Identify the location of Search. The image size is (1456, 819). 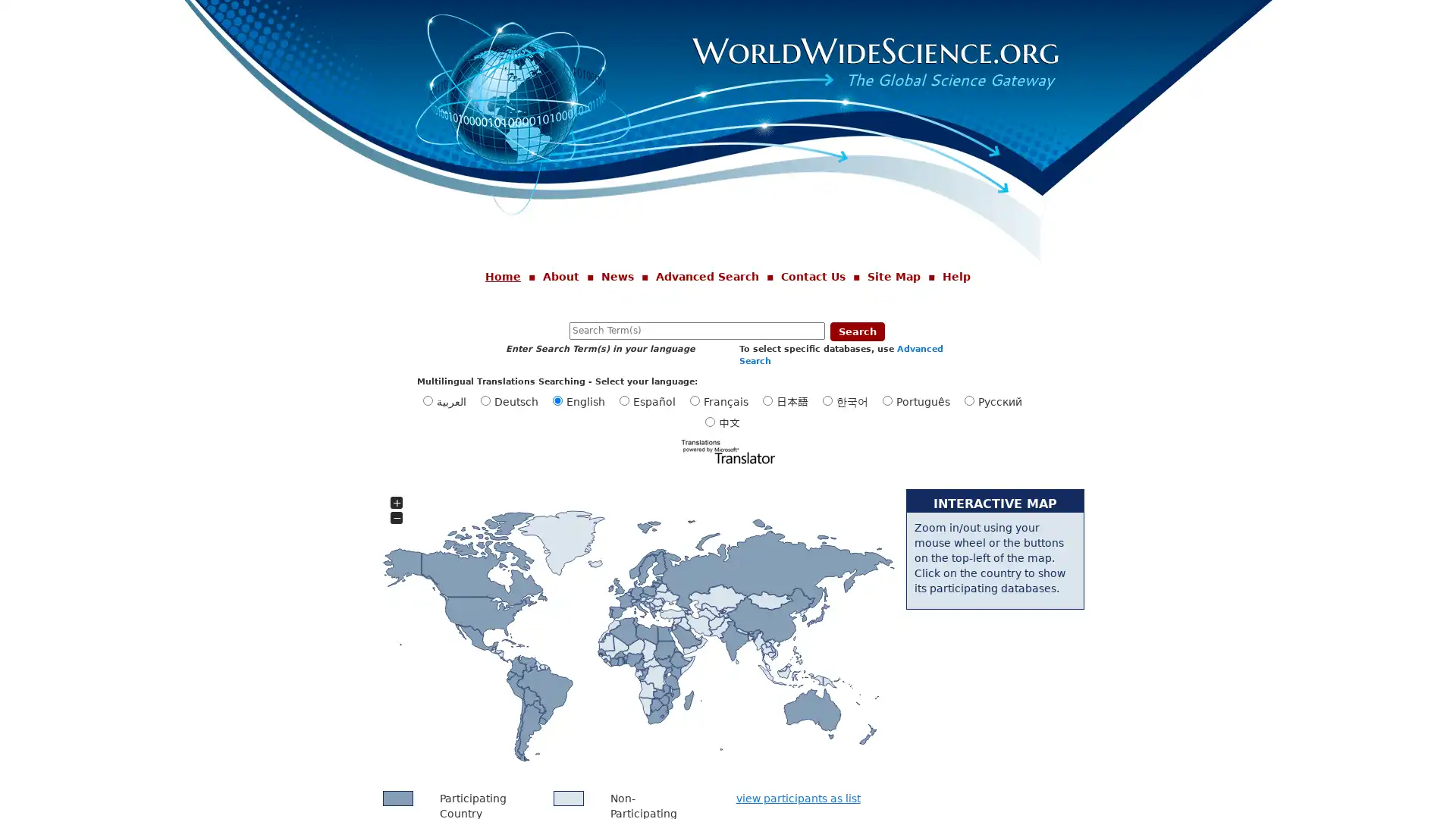
(856, 331).